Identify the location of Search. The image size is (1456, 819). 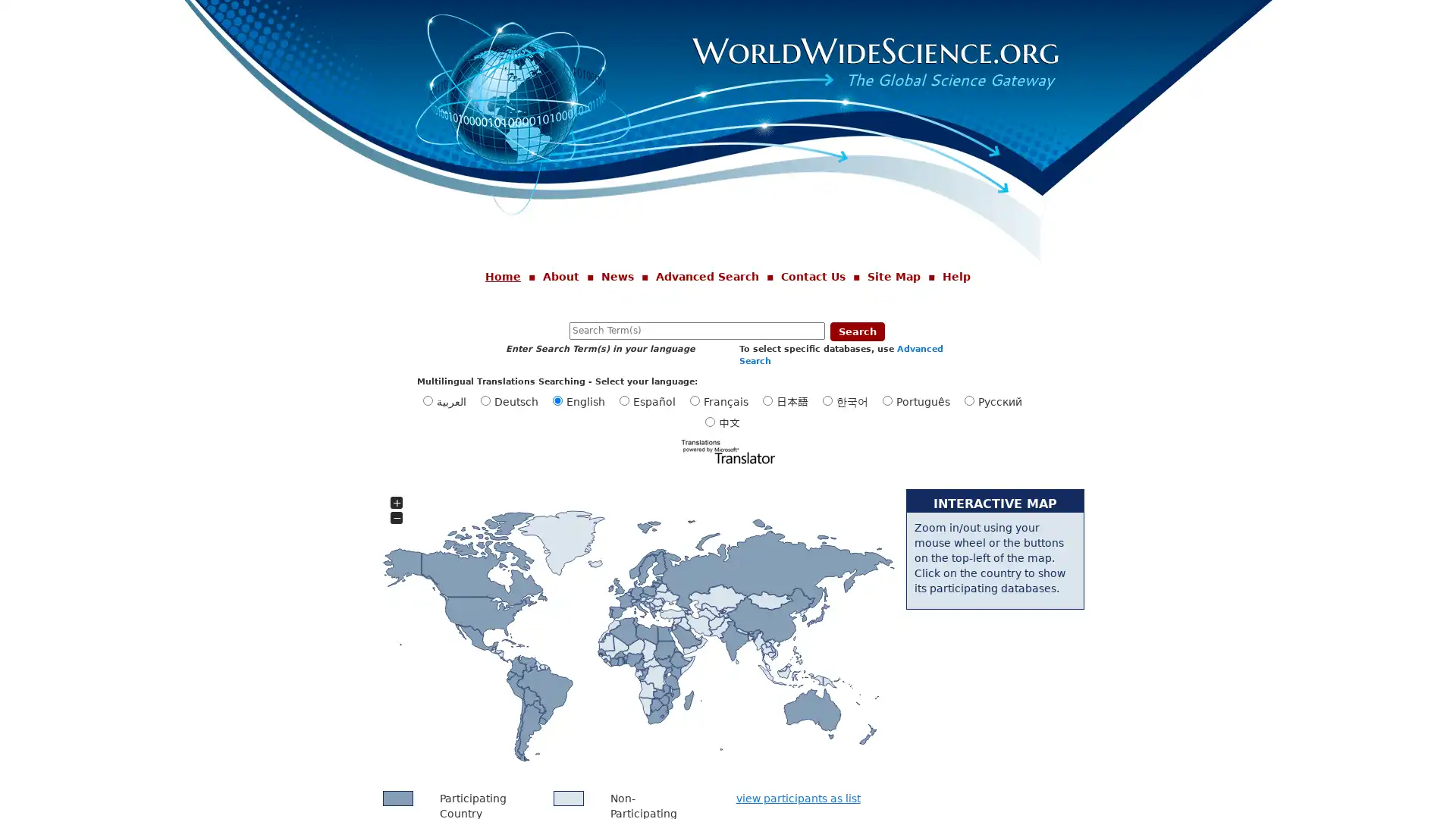
(856, 331).